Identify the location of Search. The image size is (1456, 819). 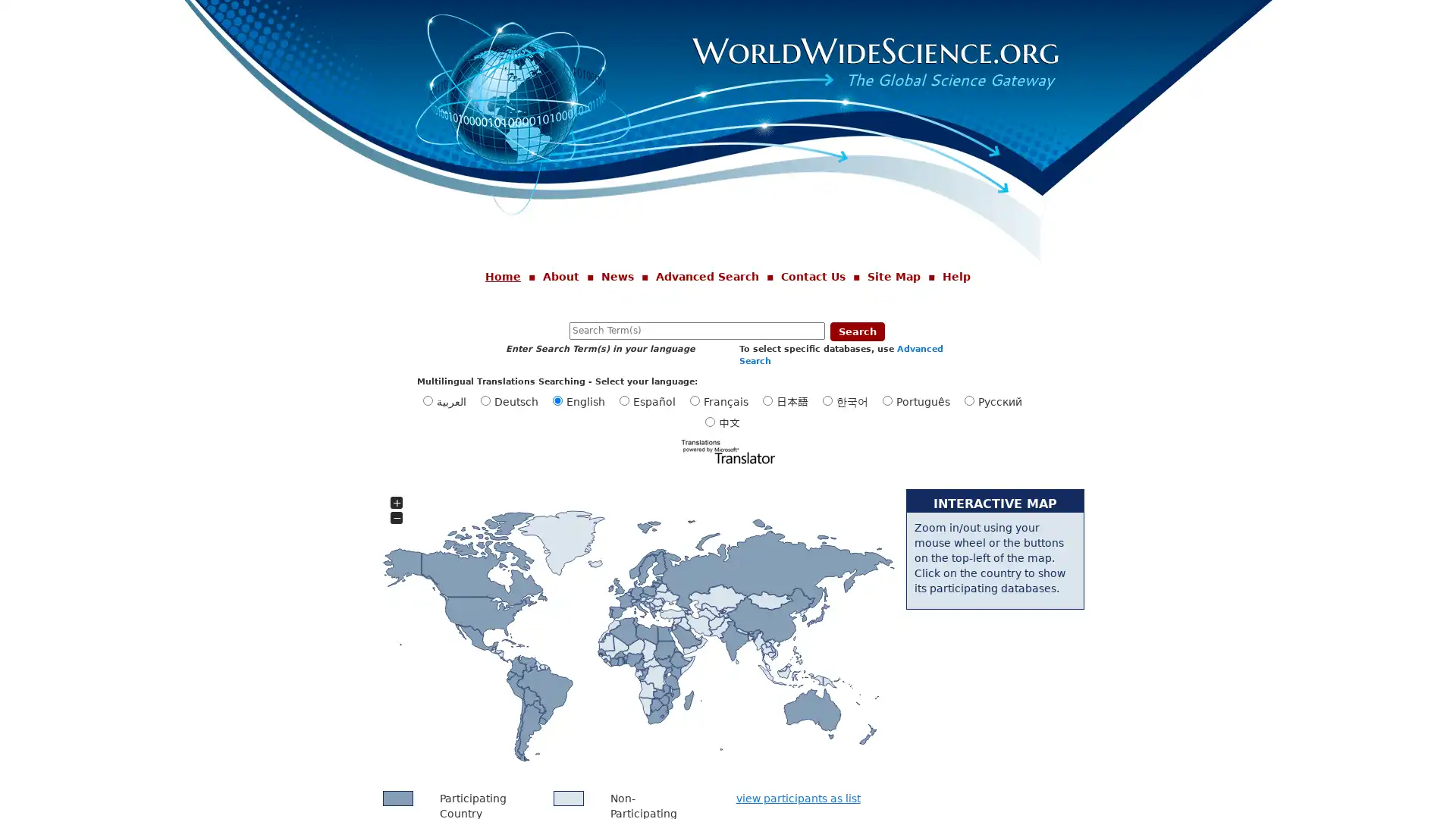
(856, 331).